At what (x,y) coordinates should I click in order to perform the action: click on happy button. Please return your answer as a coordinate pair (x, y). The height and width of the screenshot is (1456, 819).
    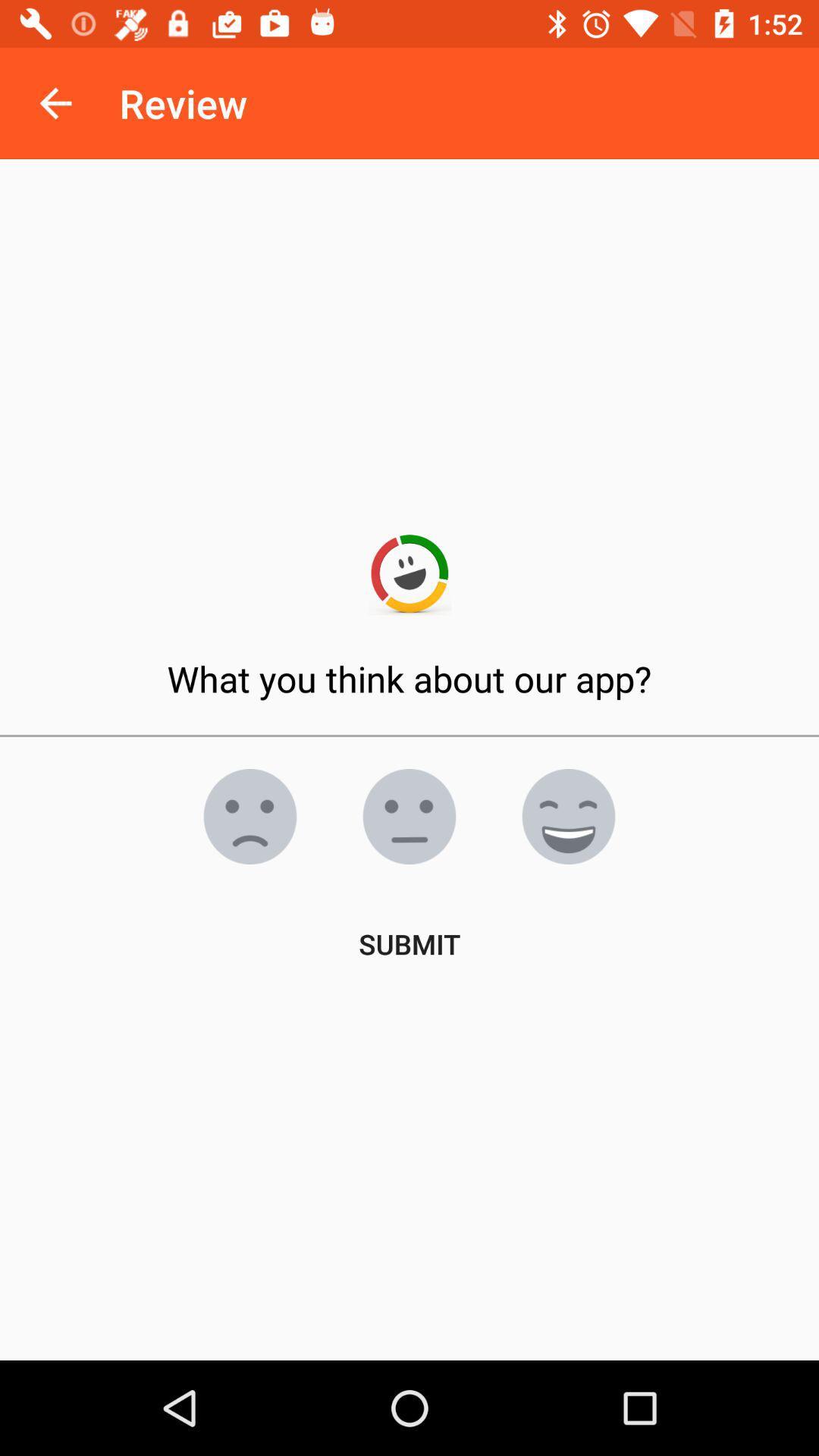
    Looking at the image, I should click on (568, 815).